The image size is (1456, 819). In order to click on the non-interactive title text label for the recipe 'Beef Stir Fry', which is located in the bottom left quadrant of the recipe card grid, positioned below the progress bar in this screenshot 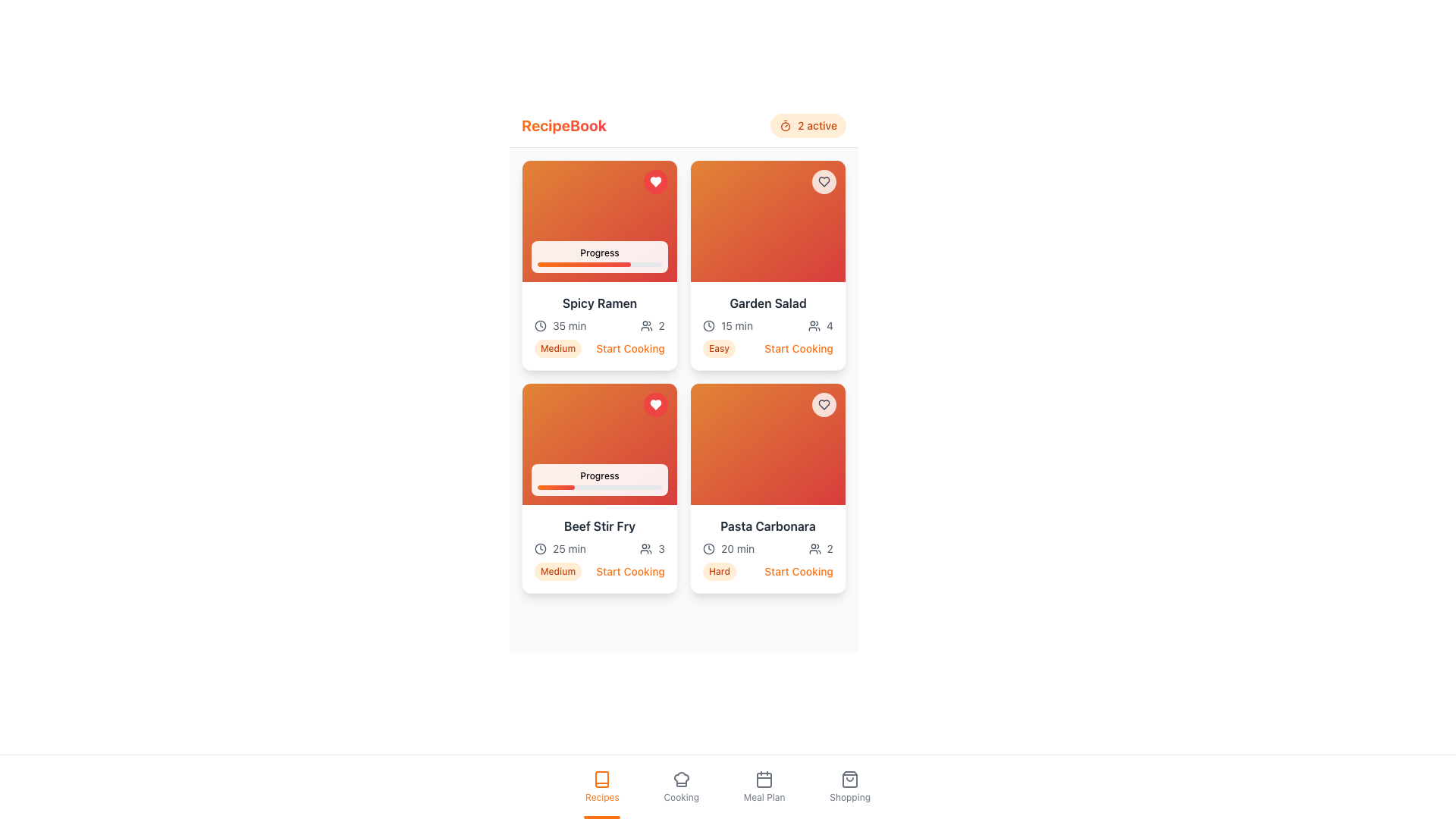, I will do `click(599, 526)`.